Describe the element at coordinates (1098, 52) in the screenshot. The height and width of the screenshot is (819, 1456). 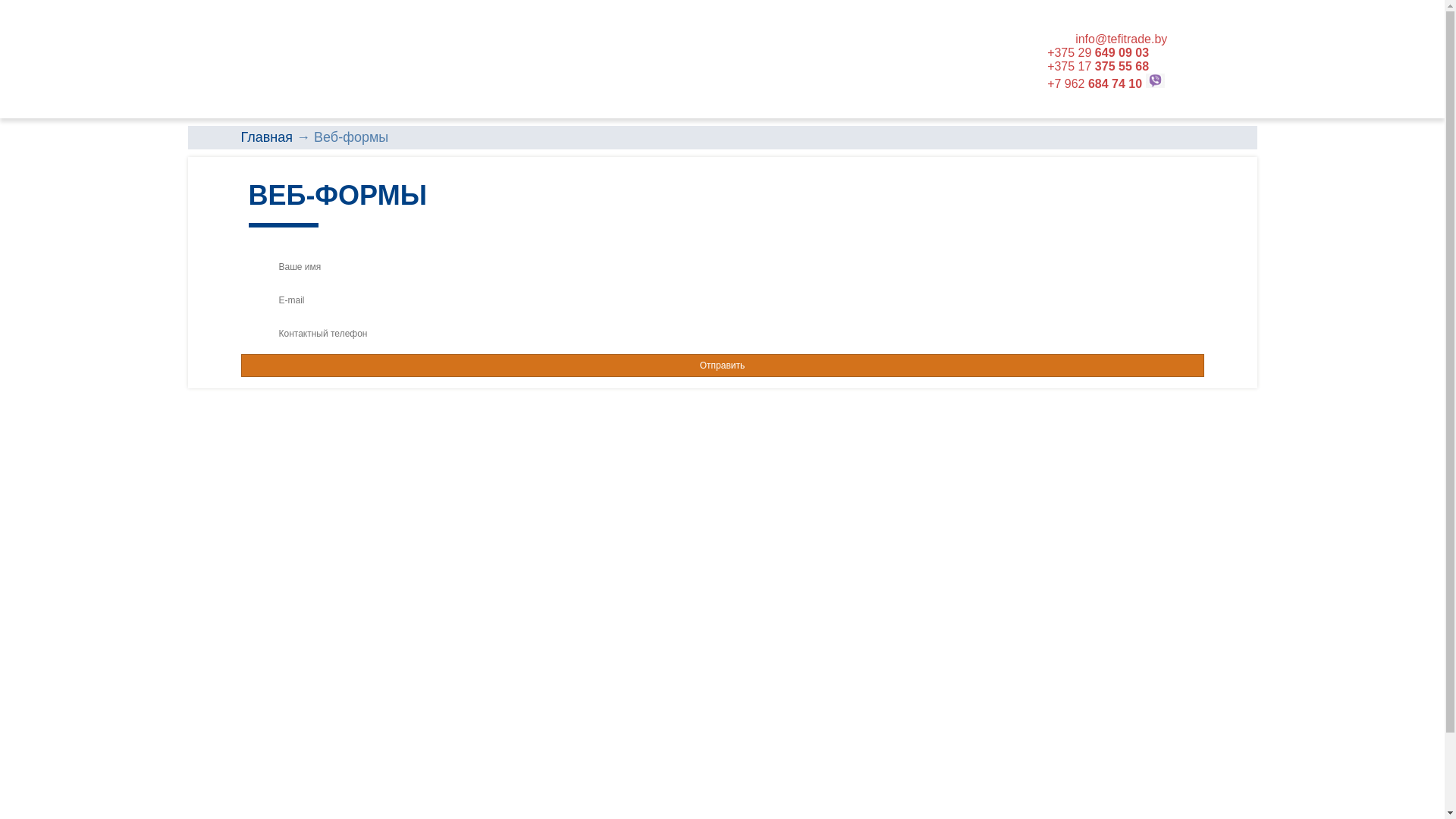
I see `'+375 29 649 09 03'` at that location.